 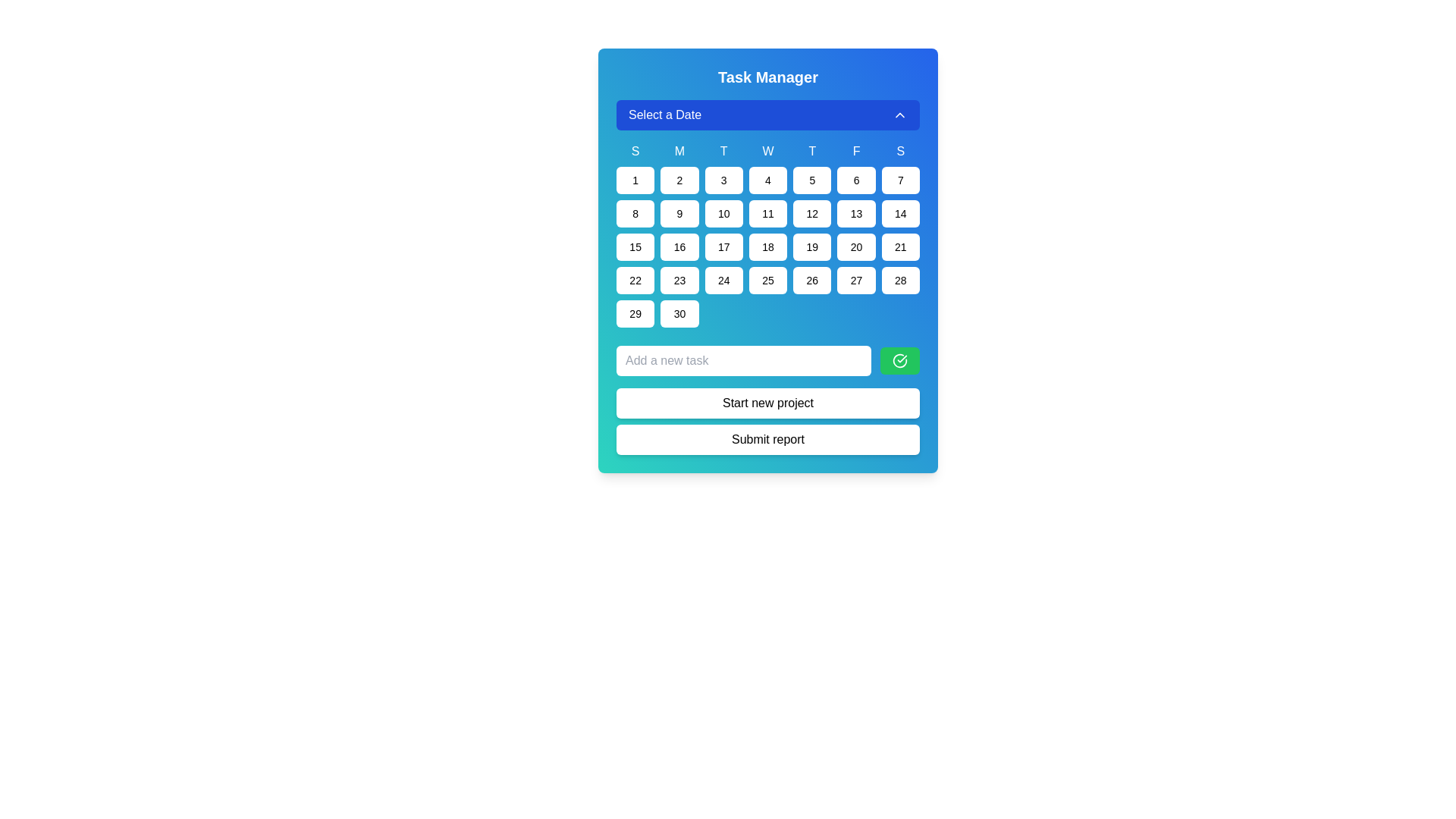 What do you see at coordinates (635, 213) in the screenshot?
I see `the button displaying the number '8' in the calendar grid of the task manager` at bounding box center [635, 213].